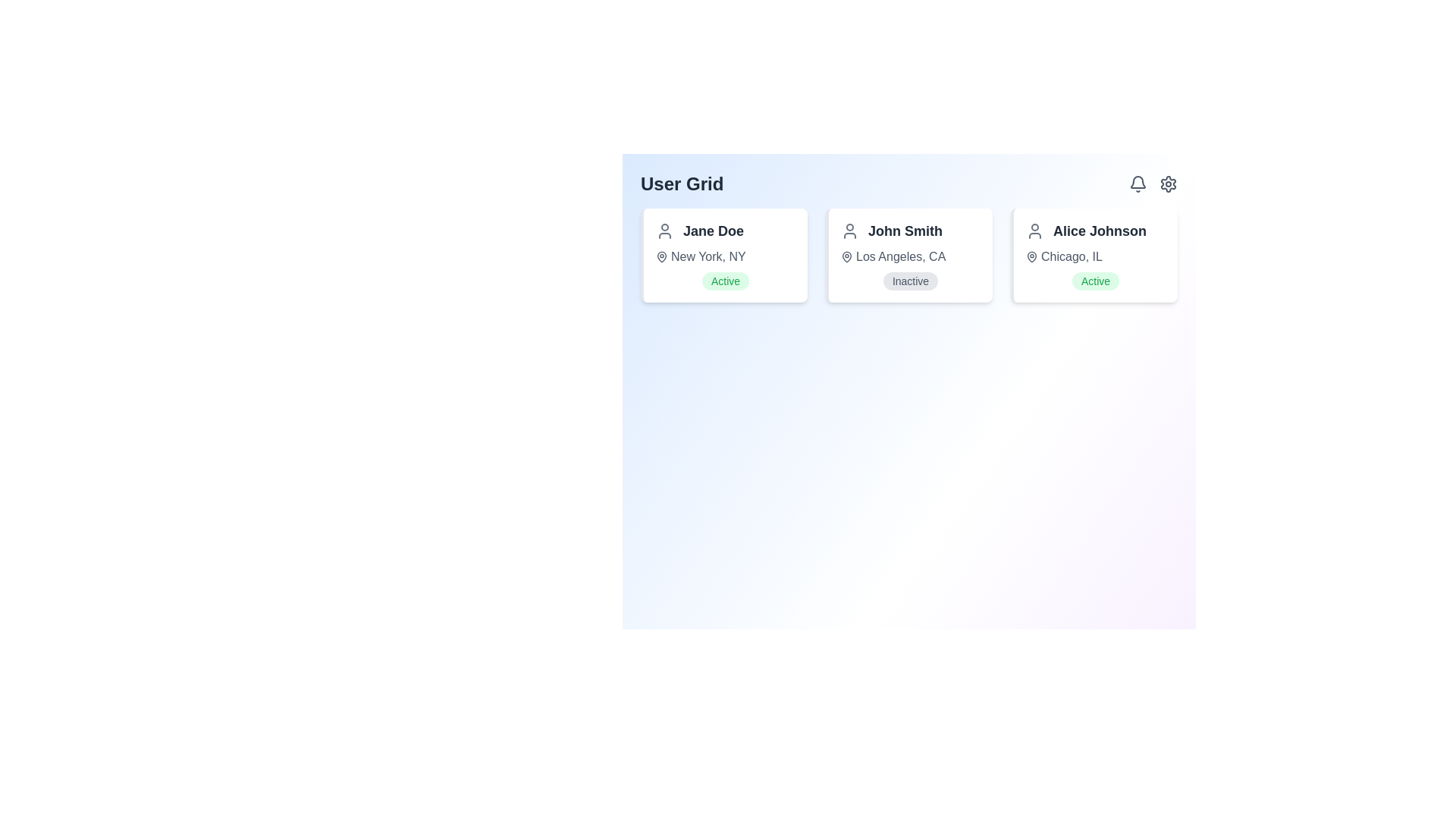 This screenshot has height=819, width=1456. What do you see at coordinates (1138, 184) in the screenshot?
I see `the bell icon located at the top-right corner of the interface` at bounding box center [1138, 184].